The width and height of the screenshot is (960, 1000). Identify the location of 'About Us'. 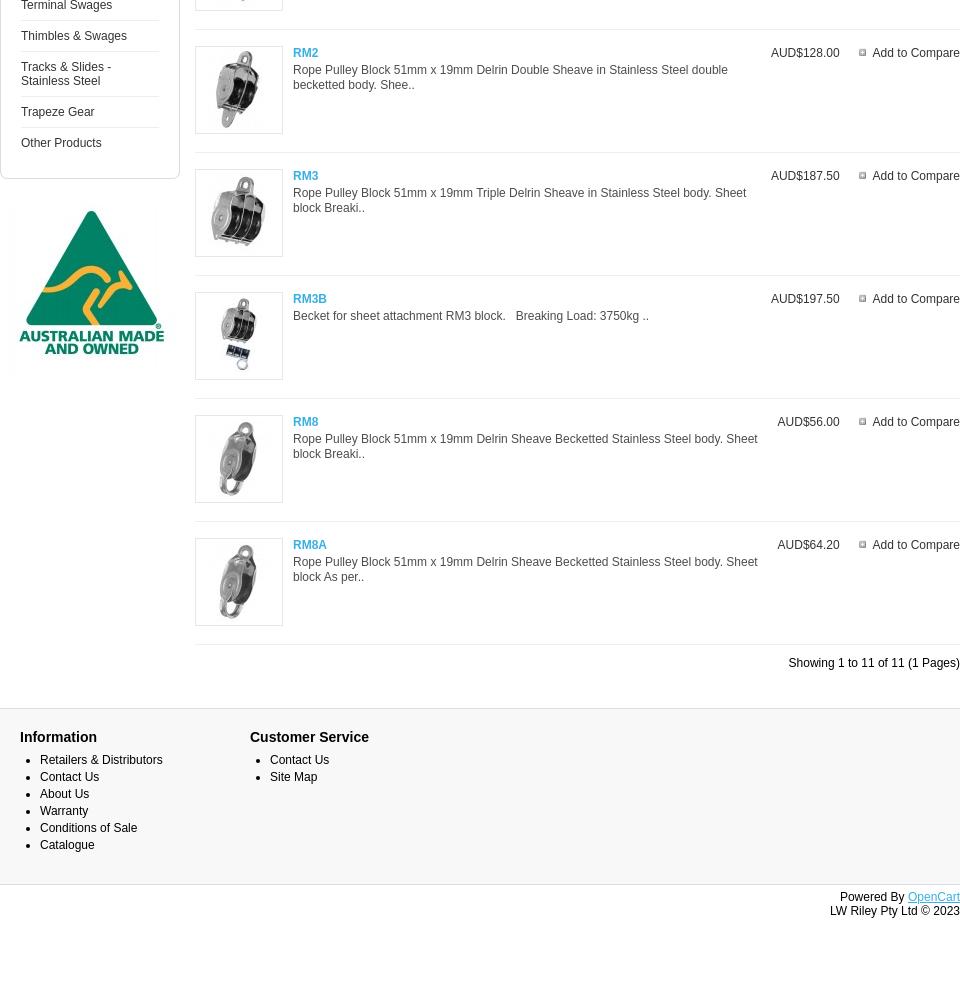
(39, 794).